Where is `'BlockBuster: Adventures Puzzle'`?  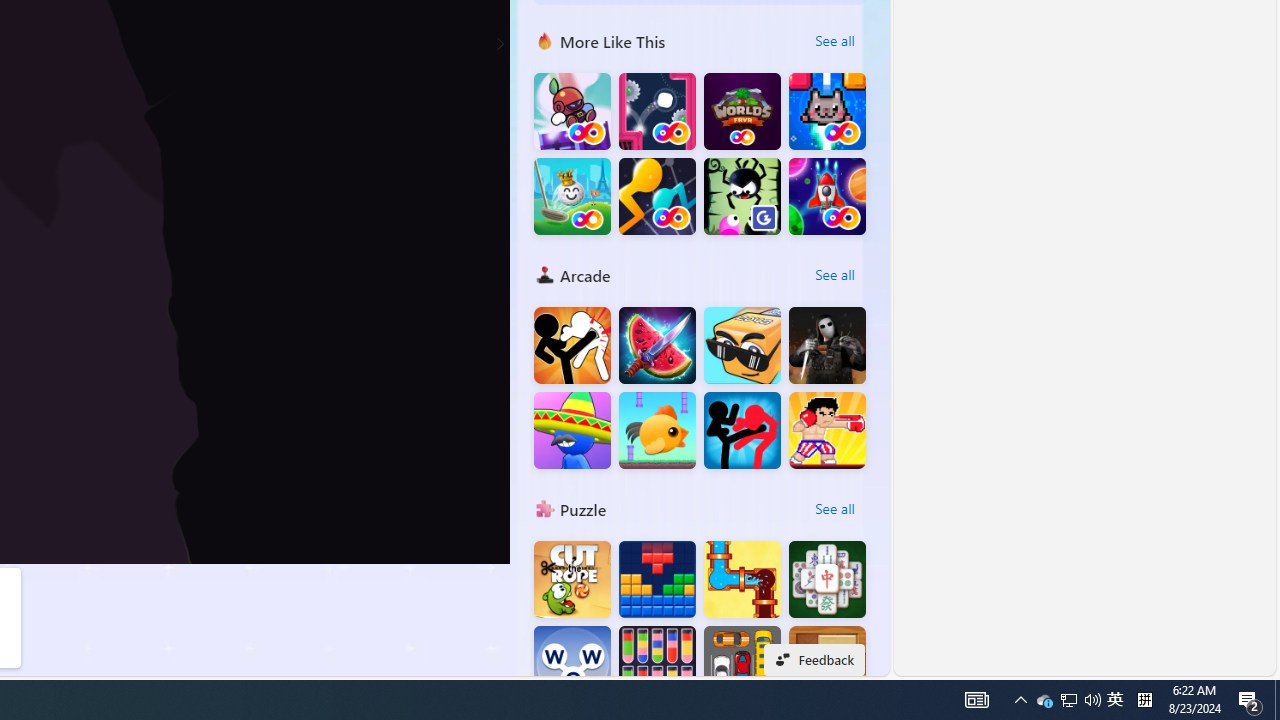 'BlockBuster: Adventures Puzzle' is located at coordinates (657, 579).